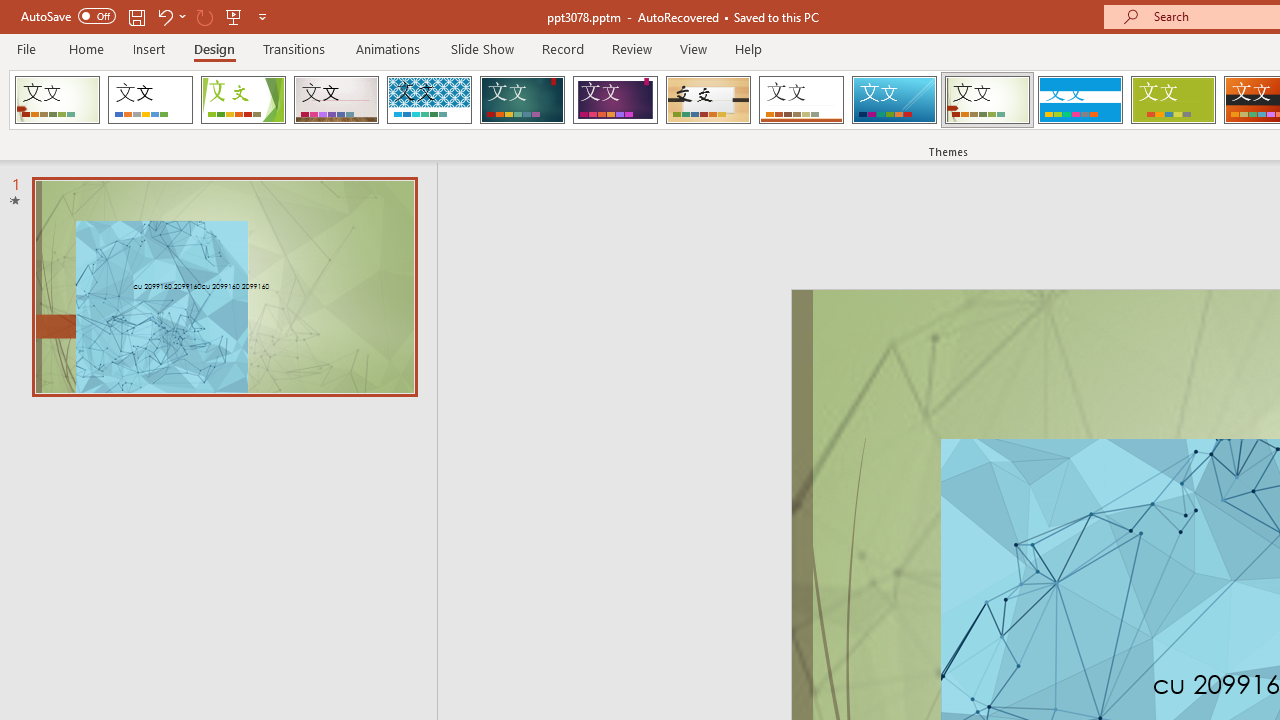 The height and width of the screenshot is (720, 1280). I want to click on 'Wisp', so click(987, 100).